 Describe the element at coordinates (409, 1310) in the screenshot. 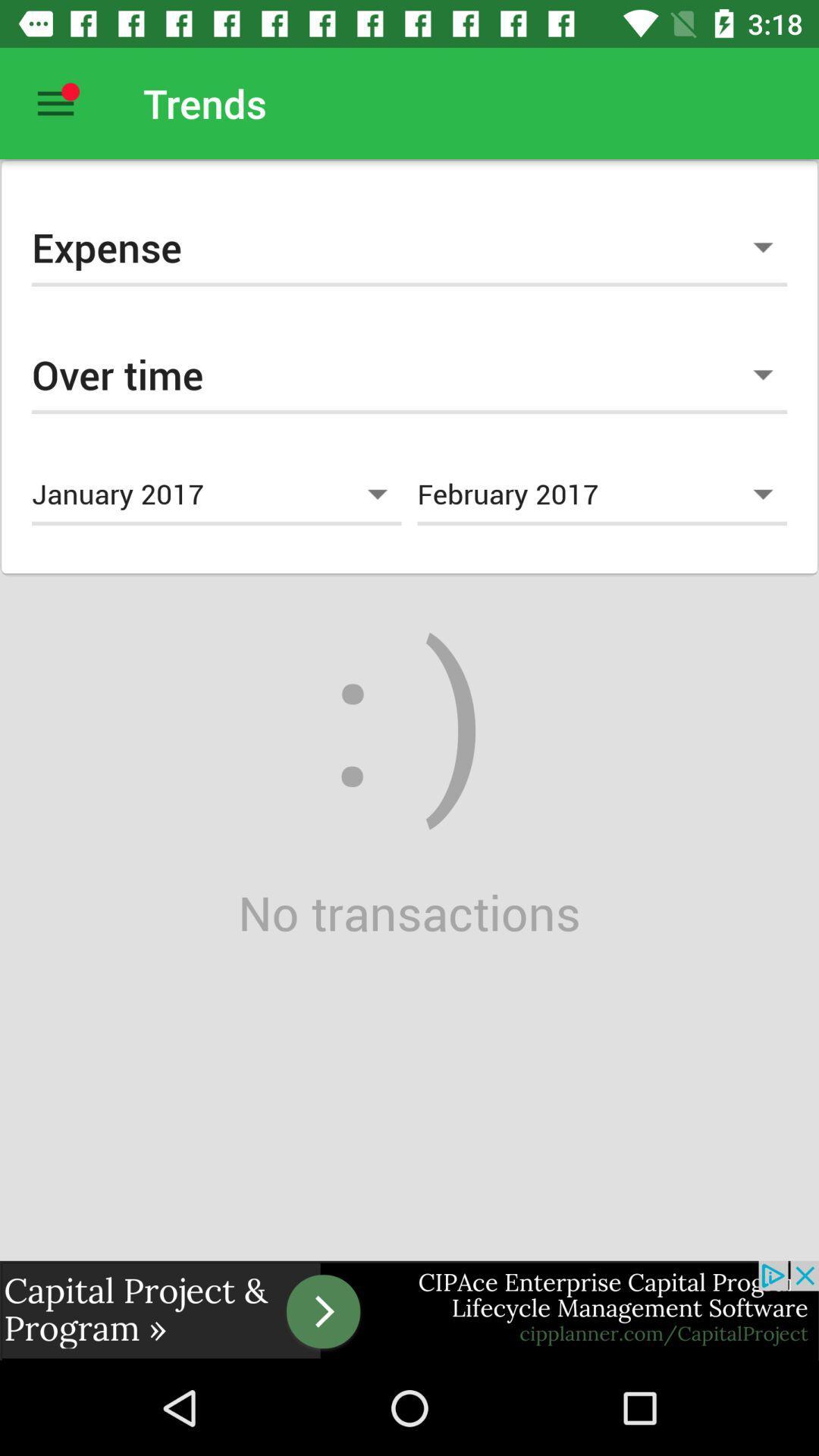

I see `capitalproject advertisement` at that location.